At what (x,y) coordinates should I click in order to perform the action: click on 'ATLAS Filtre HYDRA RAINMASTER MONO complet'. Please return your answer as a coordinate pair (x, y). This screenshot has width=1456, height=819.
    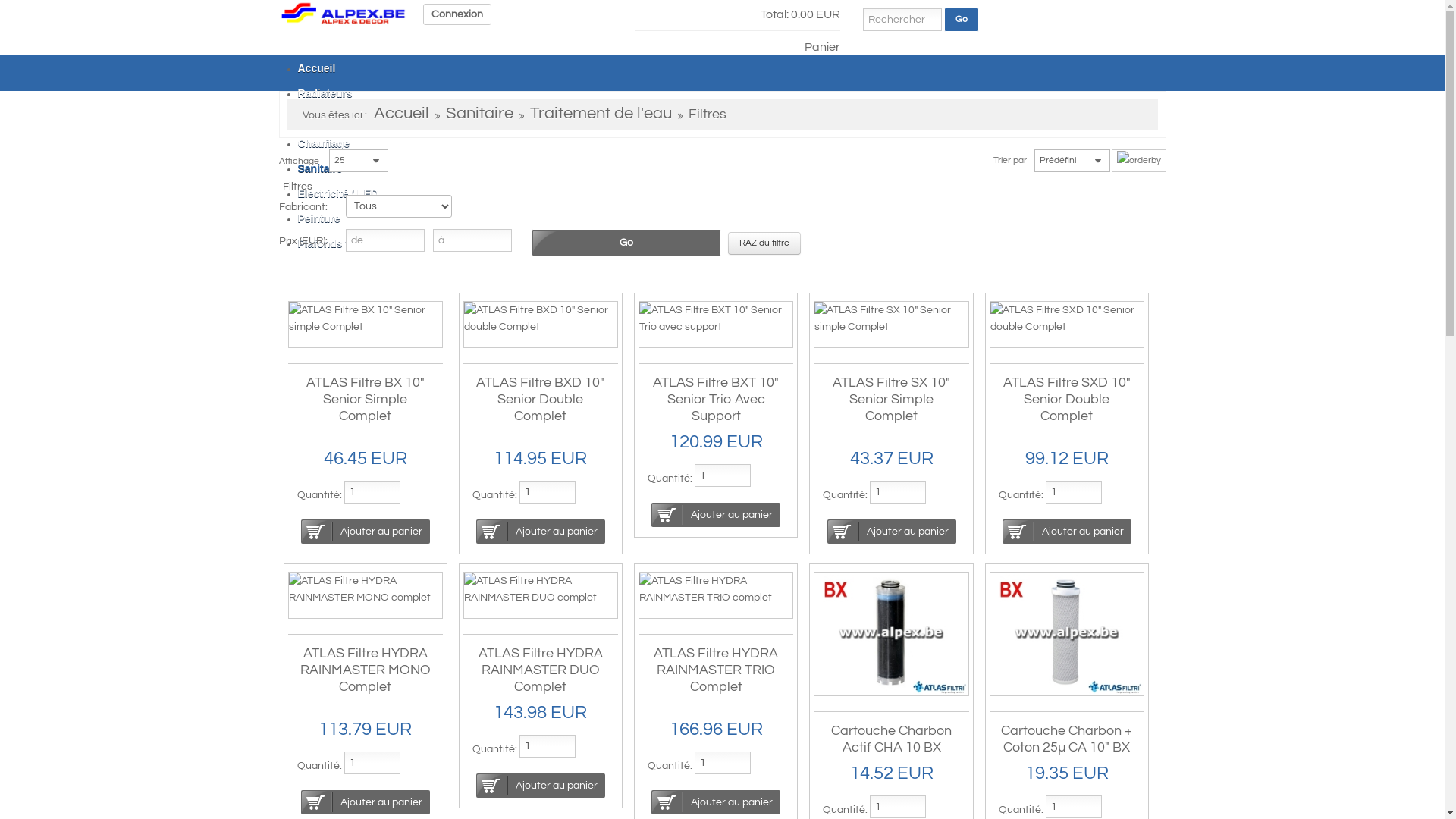
    Looking at the image, I should click on (364, 588).